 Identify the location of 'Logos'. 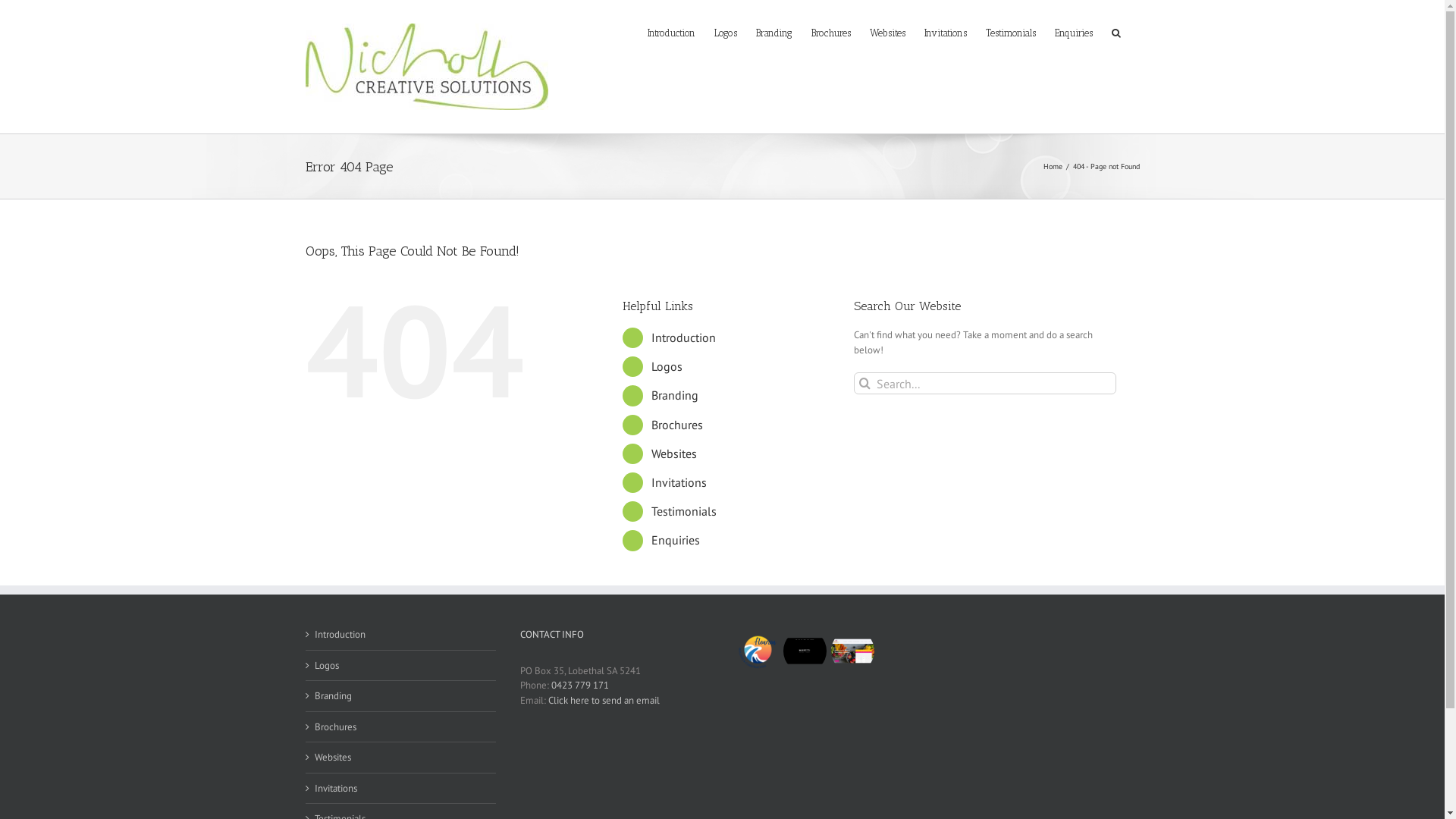
(400, 665).